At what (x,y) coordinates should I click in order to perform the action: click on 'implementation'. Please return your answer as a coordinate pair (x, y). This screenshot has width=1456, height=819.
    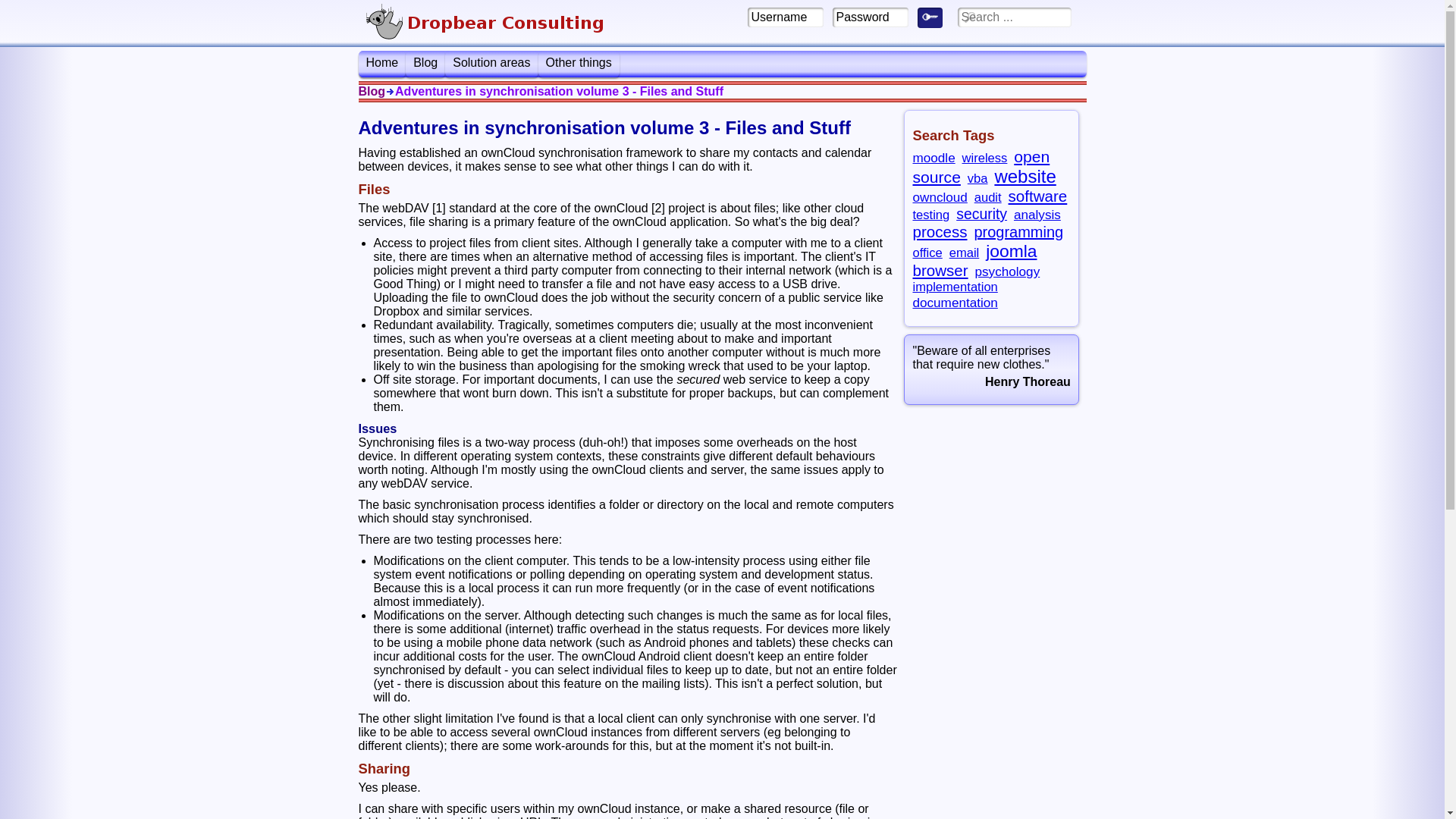
    Looking at the image, I should click on (953, 287).